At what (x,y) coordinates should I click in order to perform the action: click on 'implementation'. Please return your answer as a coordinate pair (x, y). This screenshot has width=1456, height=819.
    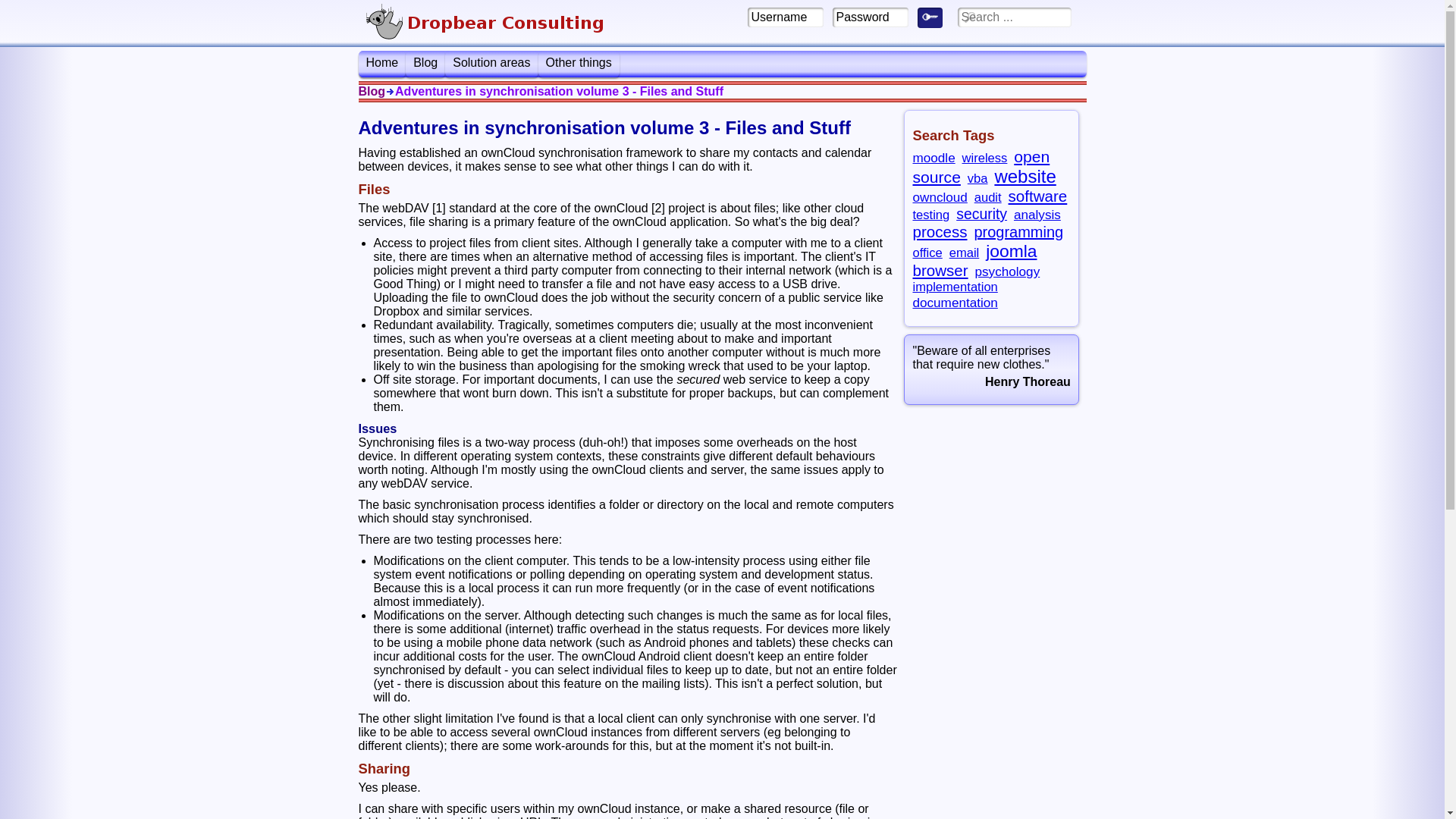
    Looking at the image, I should click on (953, 287).